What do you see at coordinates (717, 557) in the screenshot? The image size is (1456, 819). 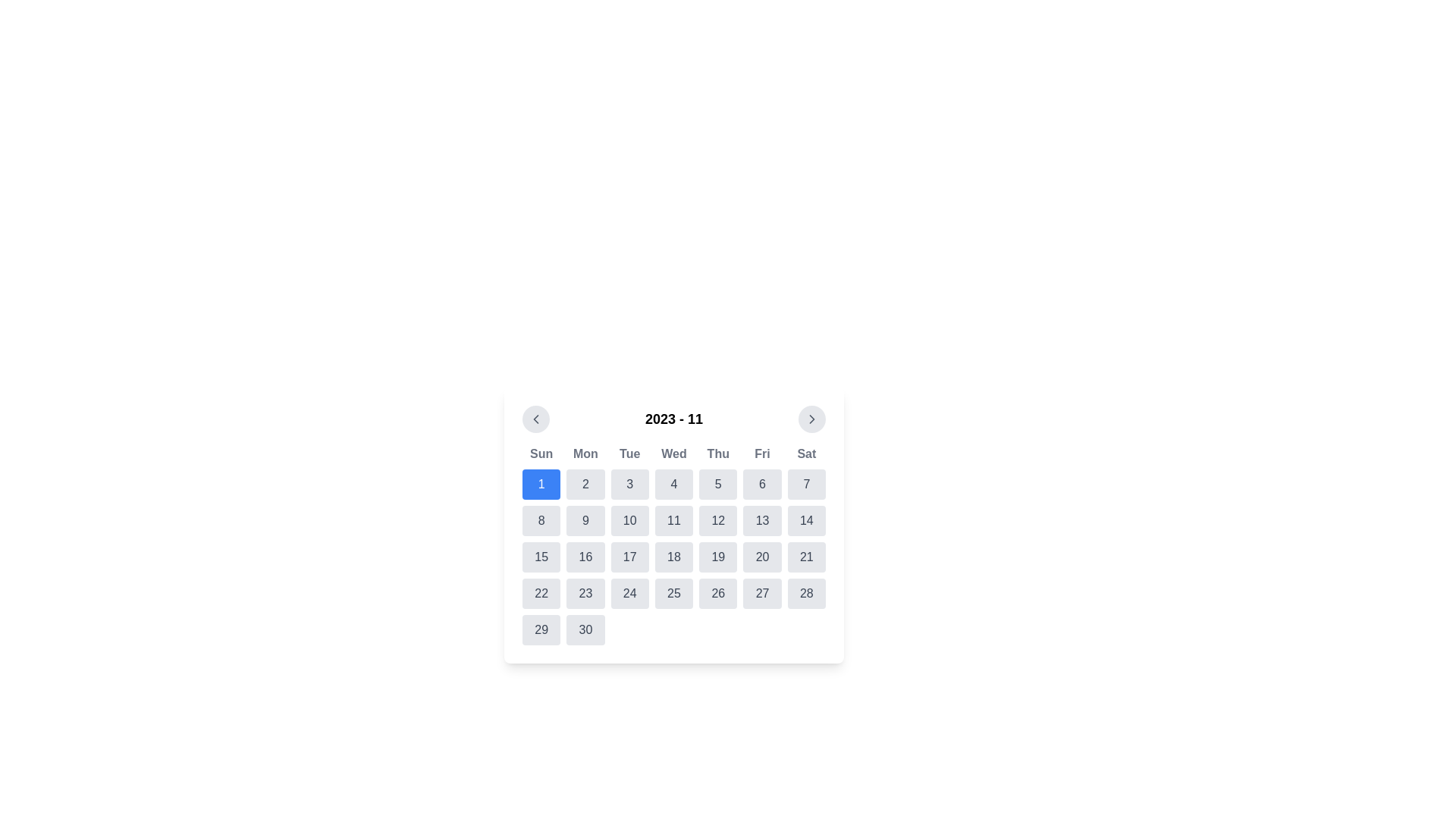 I see `the button displaying the number '19' in the calendar grid` at bounding box center [717, 557].